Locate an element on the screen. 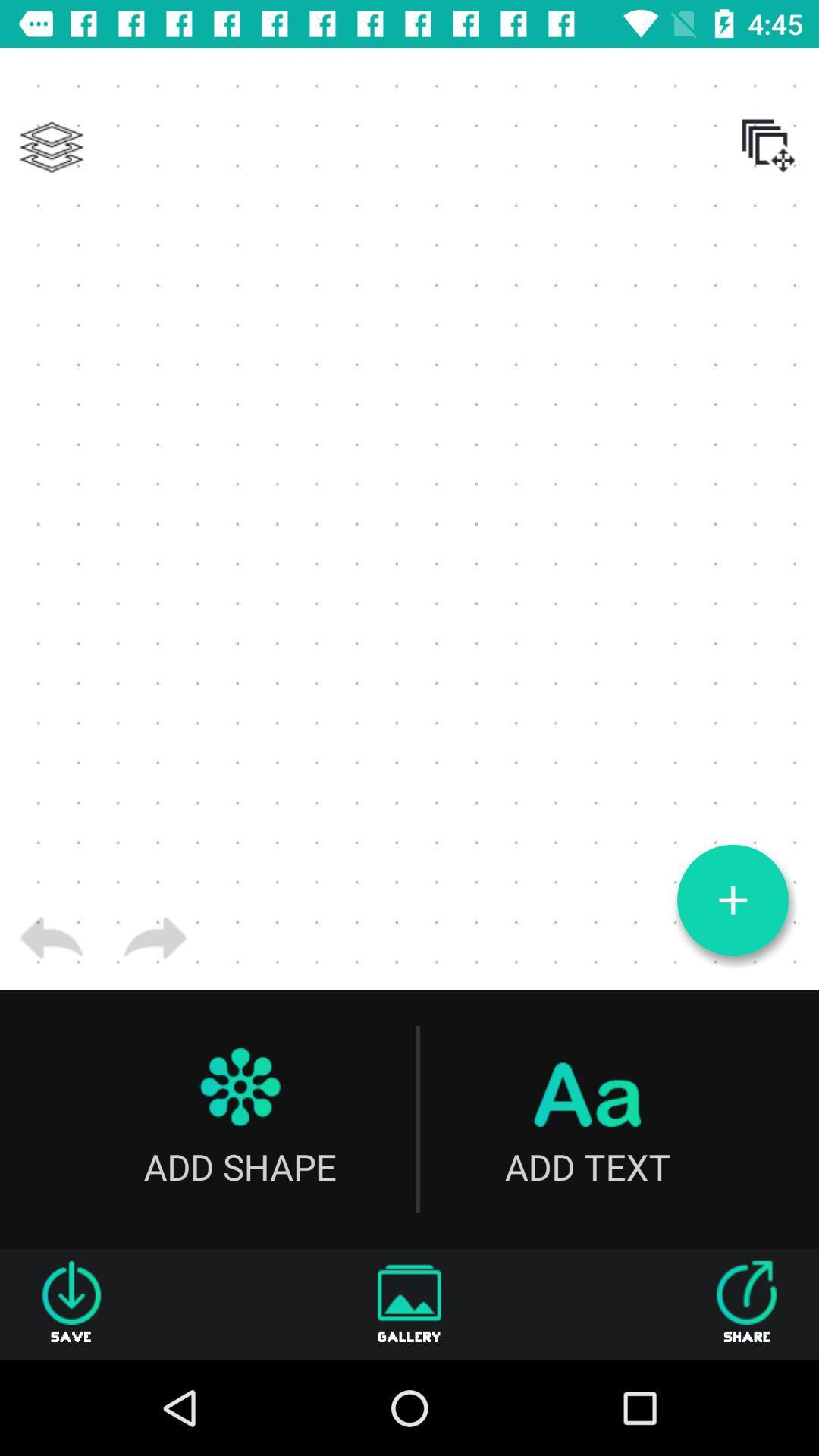  go back is located at coordinates (51, 937).